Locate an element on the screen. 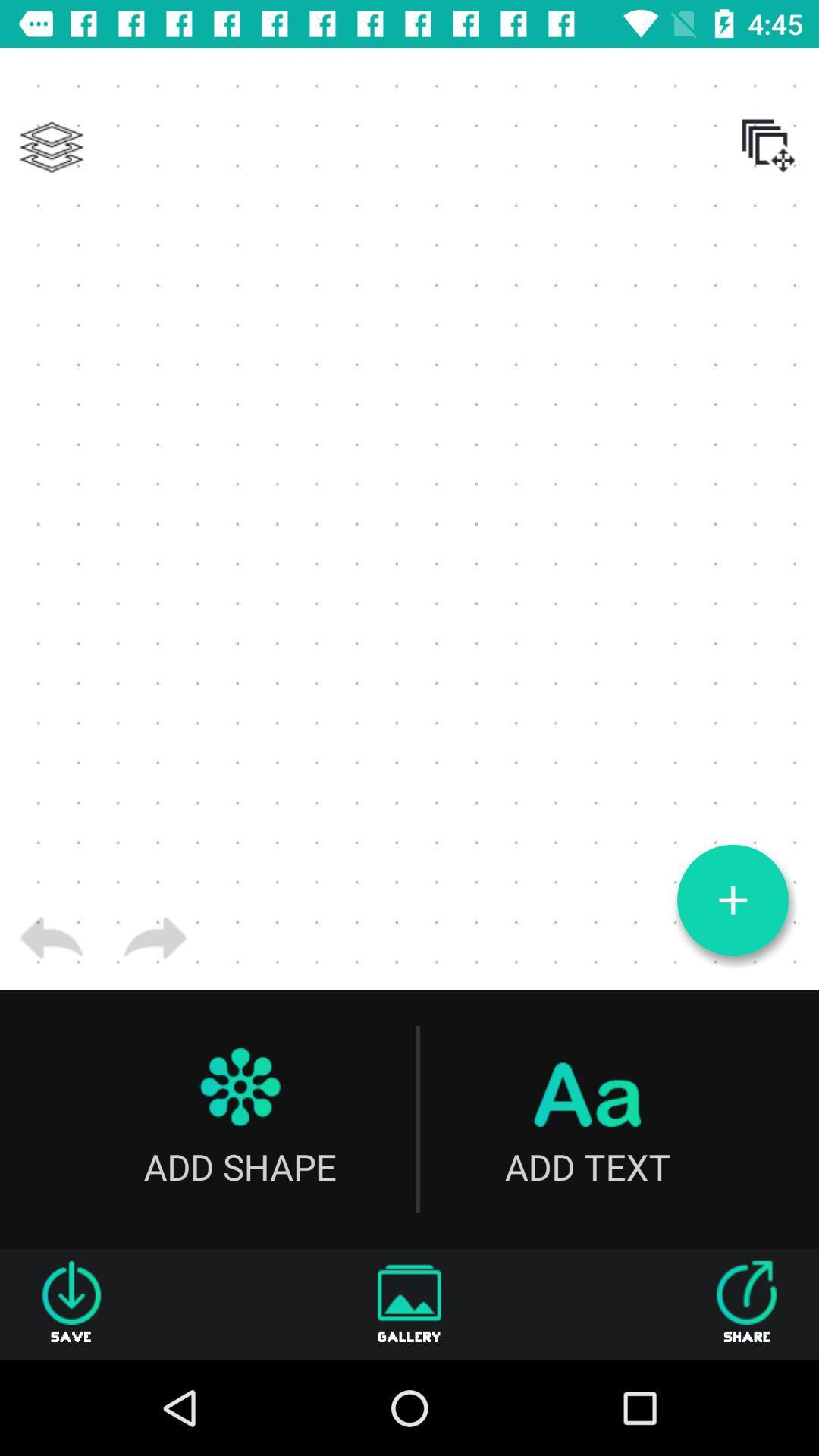  go back is located at coordinates (51, 937).